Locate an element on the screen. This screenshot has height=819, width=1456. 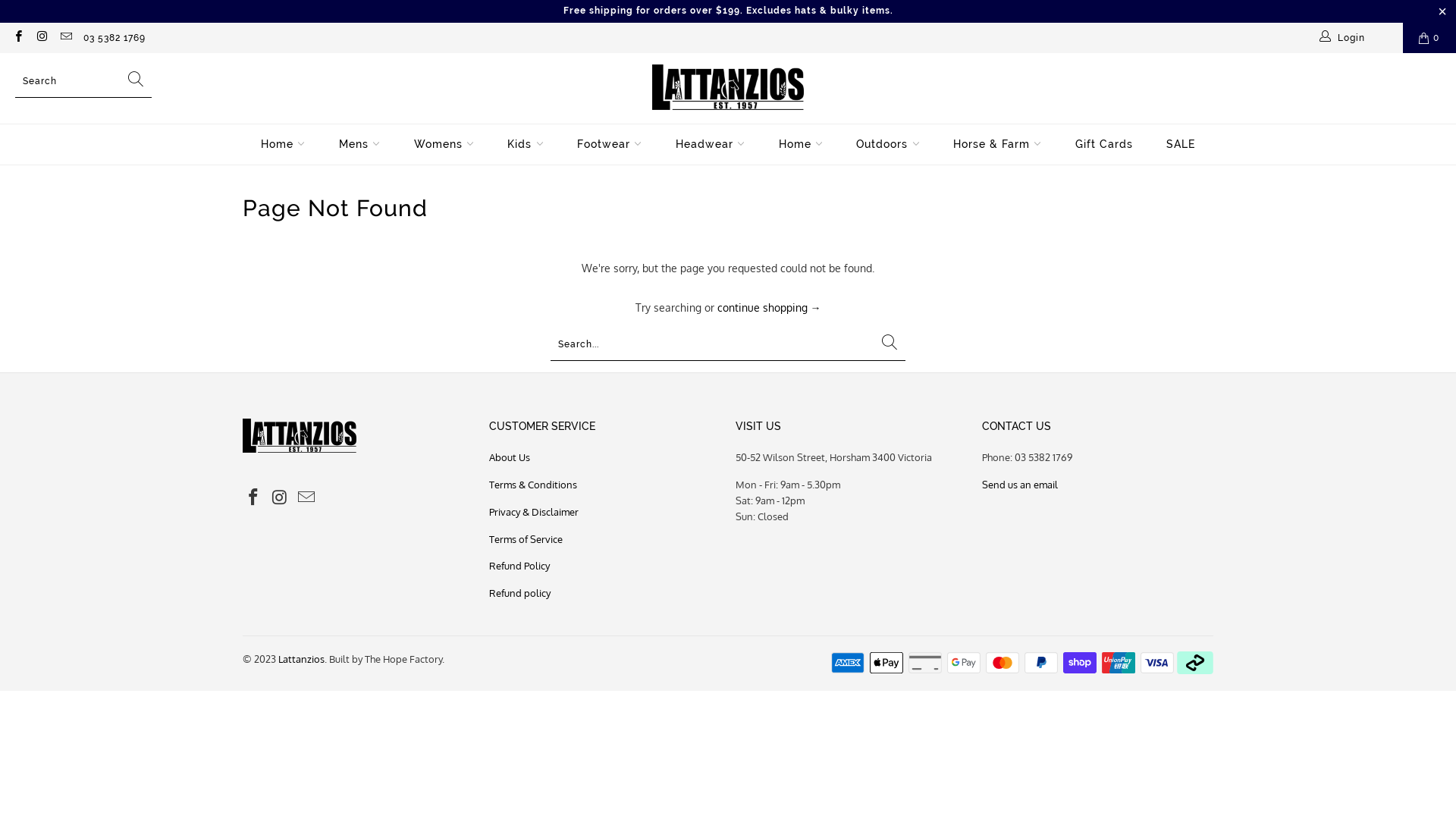
'Womens' is located at coordinates (443, 144).